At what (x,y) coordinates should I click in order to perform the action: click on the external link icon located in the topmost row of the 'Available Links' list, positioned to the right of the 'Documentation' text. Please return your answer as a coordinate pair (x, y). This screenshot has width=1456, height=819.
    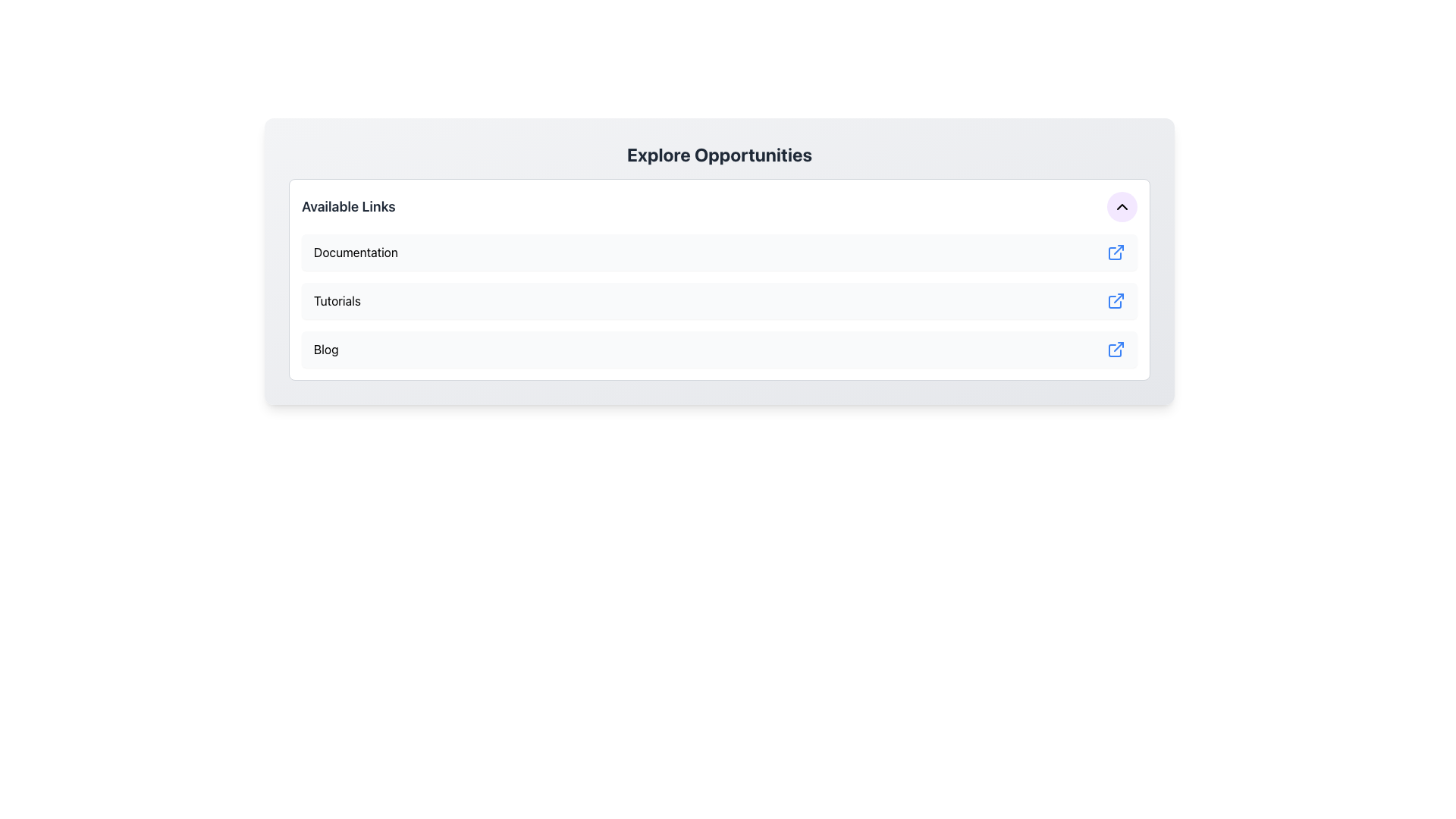
    Looking at the image, I should click on (1116, 251).